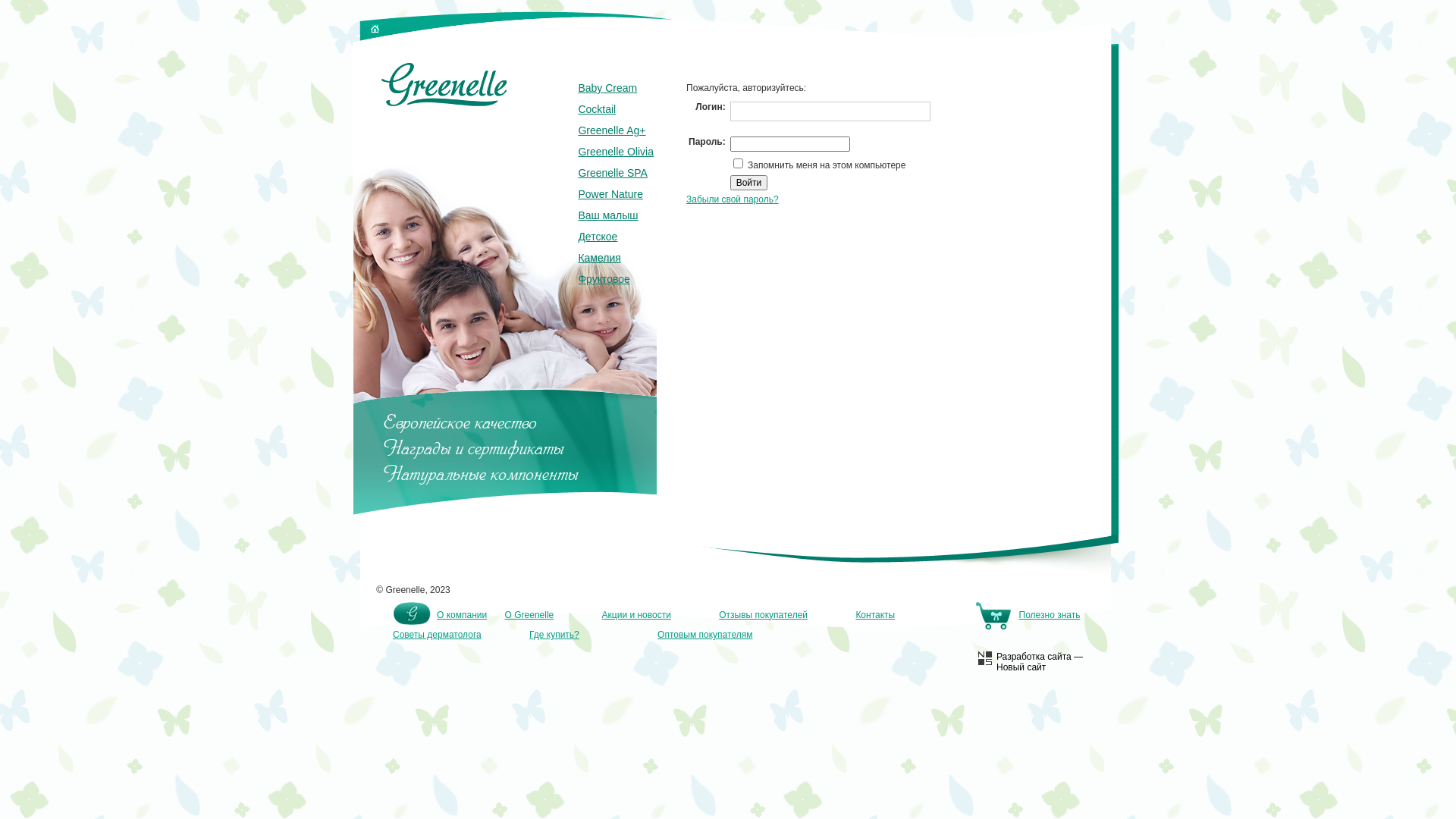 Image resolution: width=1456 pixels, height=819 pixels. What do you see at coordinates (615, 152) in the screenshot?
I see `'Greenelle Olivia'` at bounding box center [615, 152].